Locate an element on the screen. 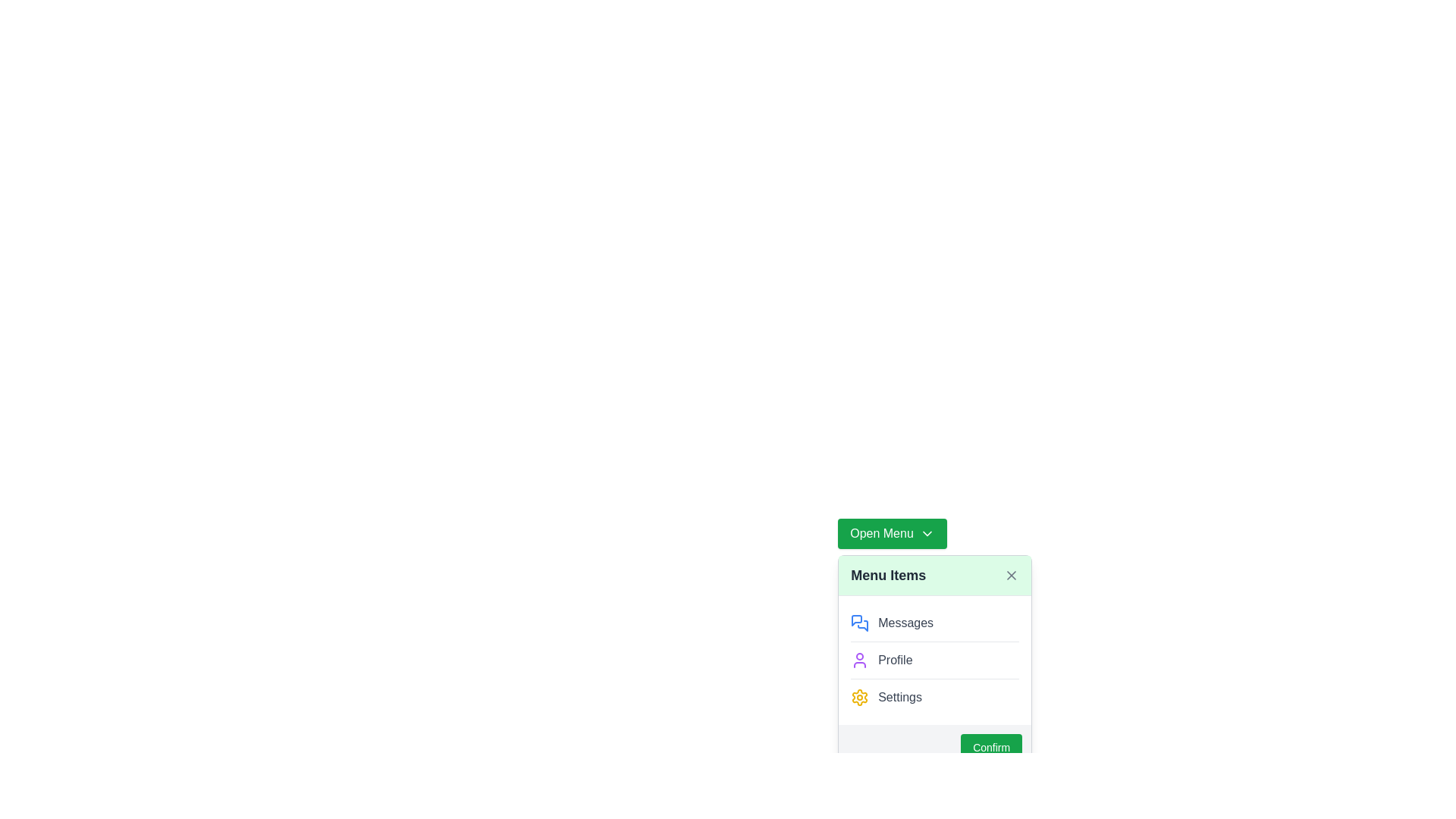 The width and height of the screenshot is (1456, 819). the 'Profile' text label which is styled in gray and located between the 'Messages' and 'Settings' entries in the menu list is located at coordinates (895, 660).